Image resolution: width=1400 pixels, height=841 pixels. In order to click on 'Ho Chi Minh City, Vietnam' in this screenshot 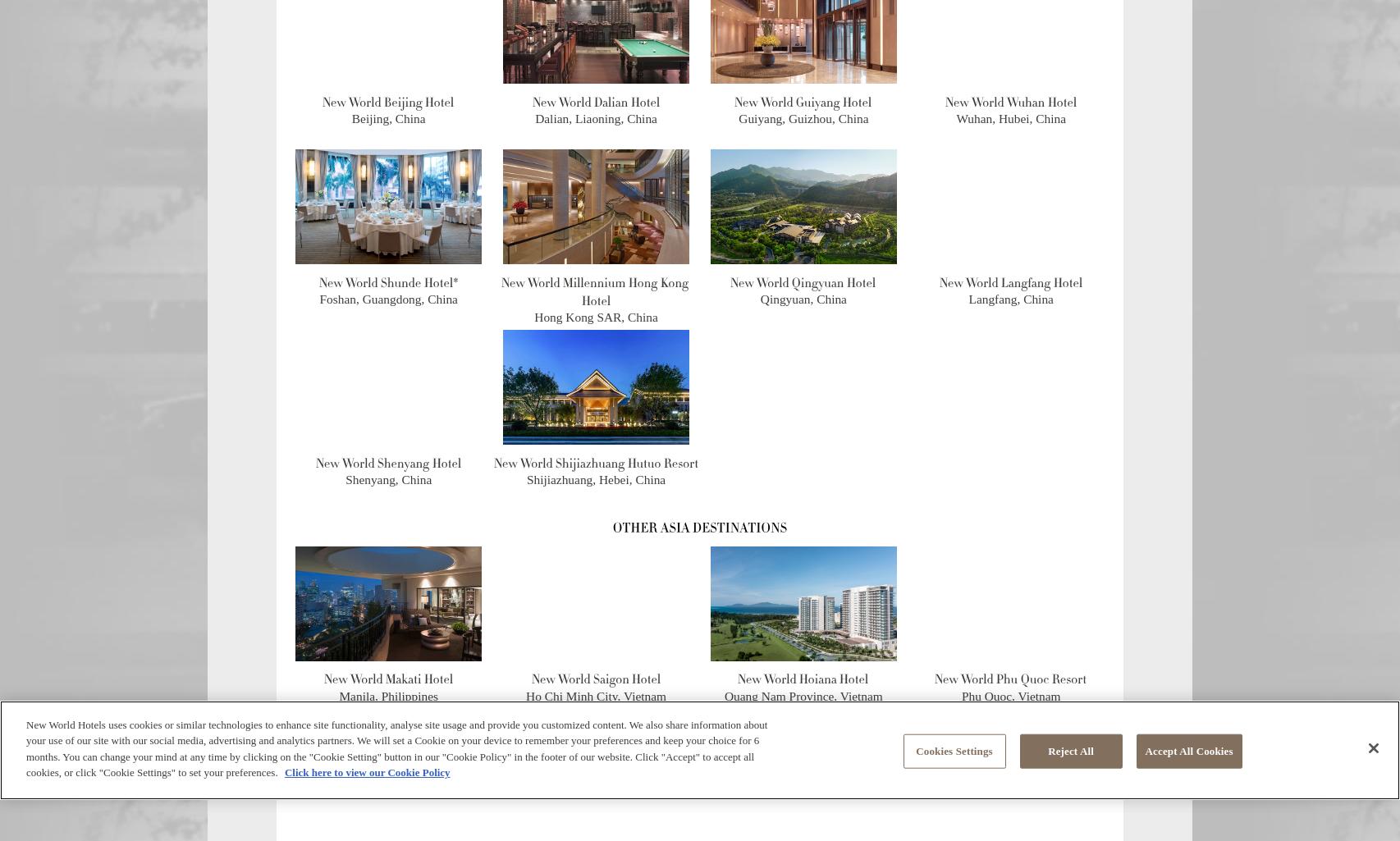, I will do `click(595, 695)`.